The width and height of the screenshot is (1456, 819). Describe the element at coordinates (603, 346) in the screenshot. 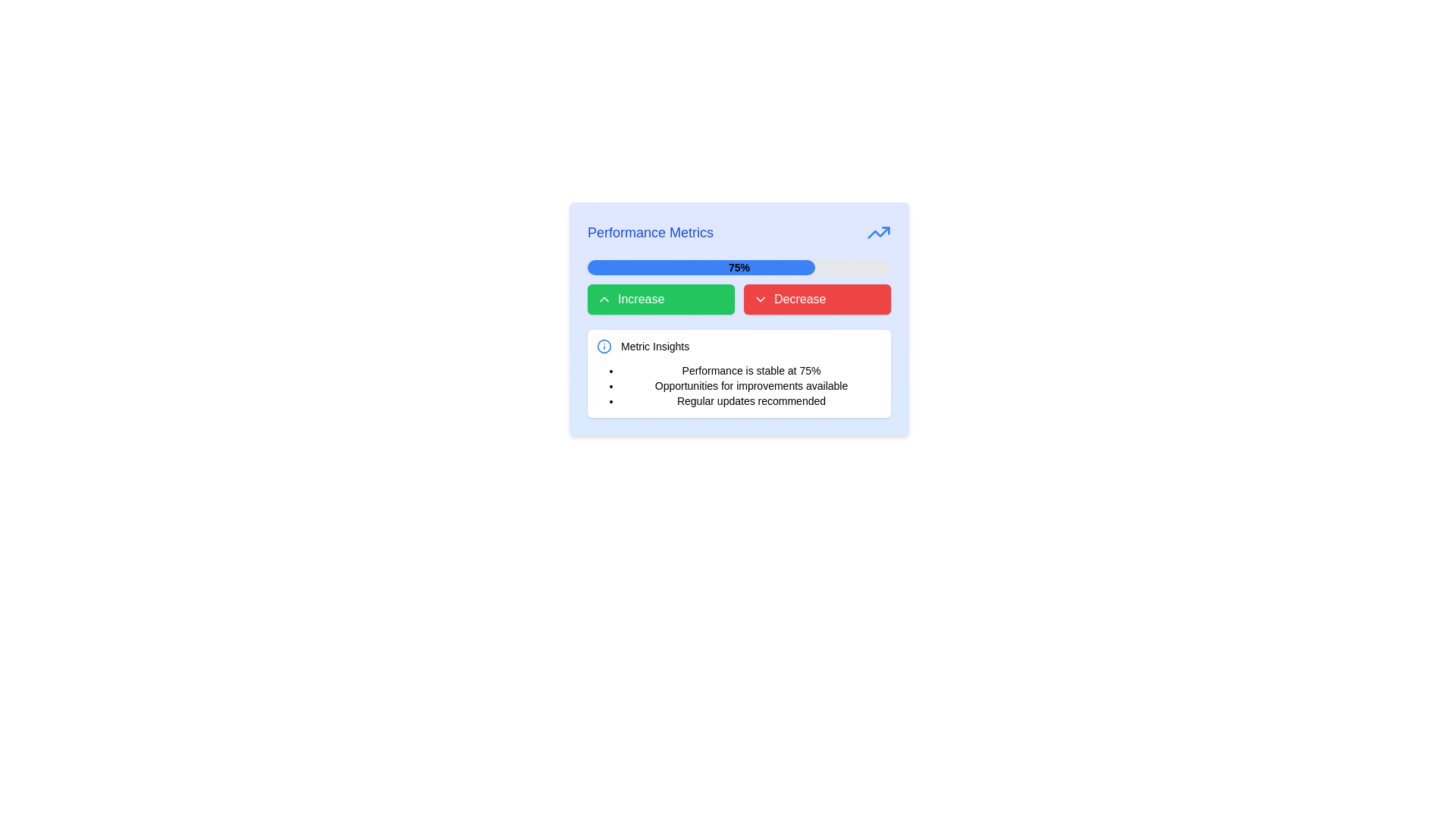

I see `the circular blue outlined icon with a white background and a bold blue 'I' in the center` at that location.